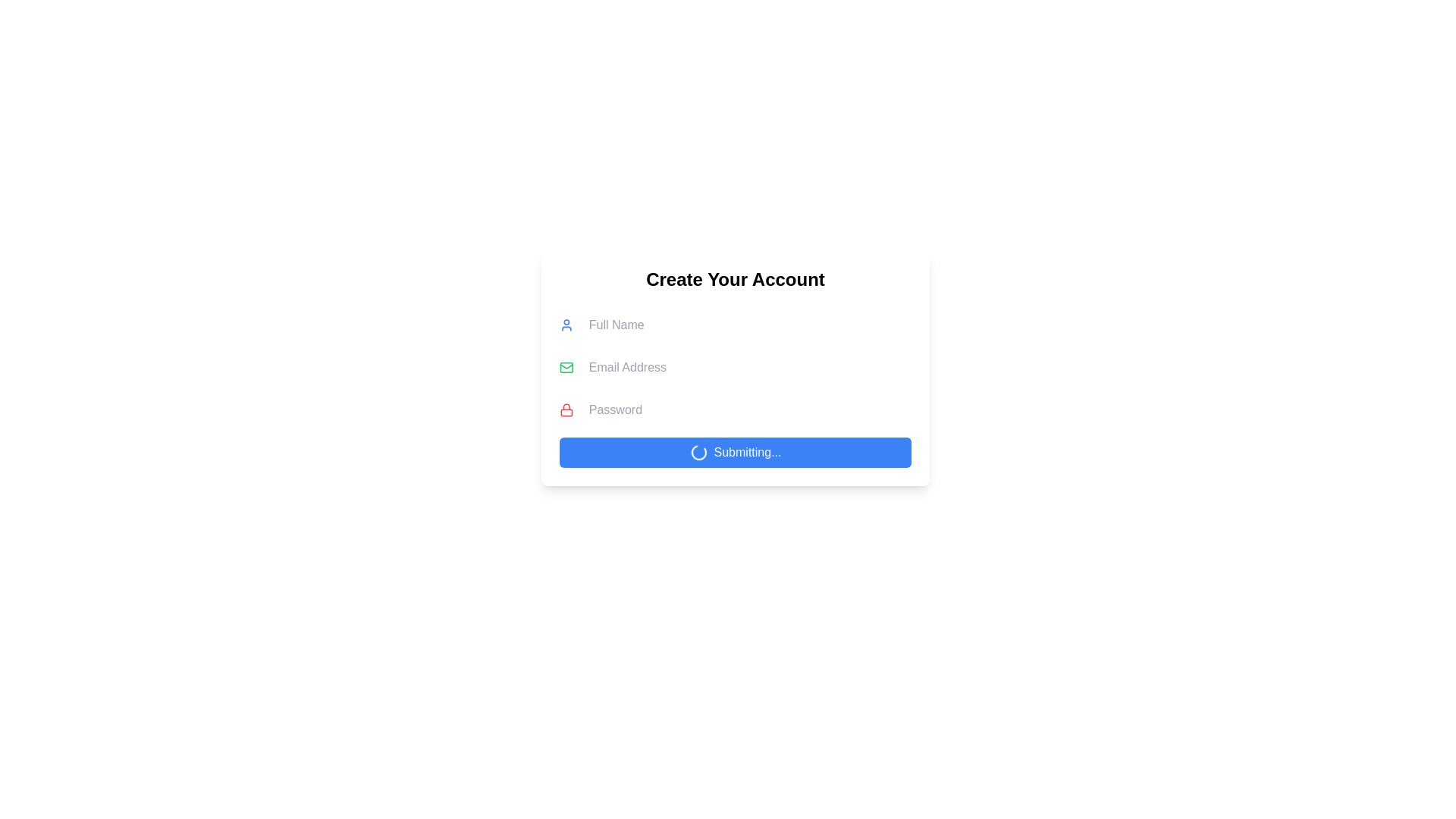  Describe the element at coordinates (698, 452) in the screenshot. I see `the small blue spinning loader icon that is located inside the 'Submitting...' button, centered vertically to the left of the text` at that location.